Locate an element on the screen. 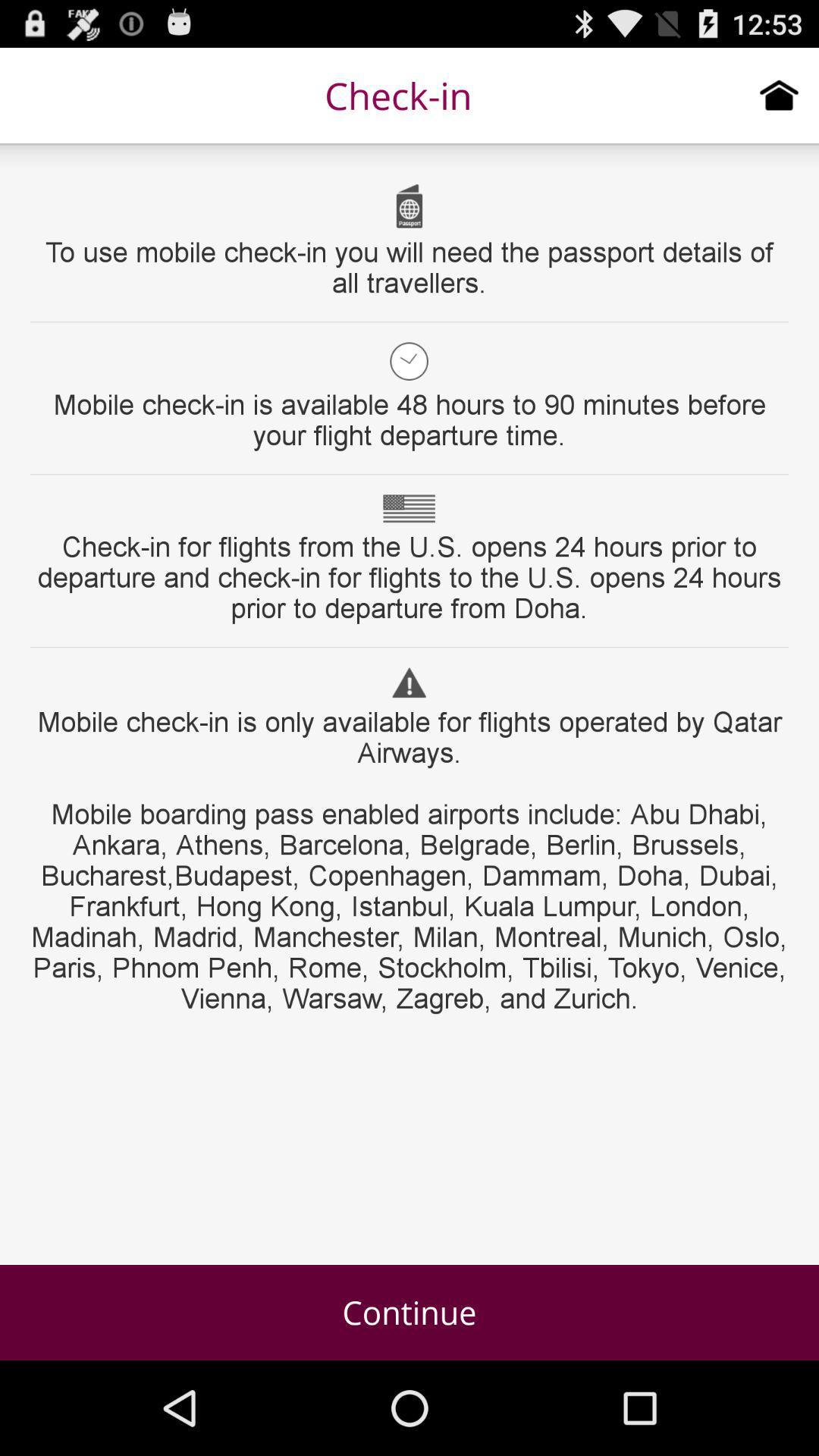 Image resolution: width=819 pixels, height=1456 pixels. home menu is located at coordinates (779, 94).